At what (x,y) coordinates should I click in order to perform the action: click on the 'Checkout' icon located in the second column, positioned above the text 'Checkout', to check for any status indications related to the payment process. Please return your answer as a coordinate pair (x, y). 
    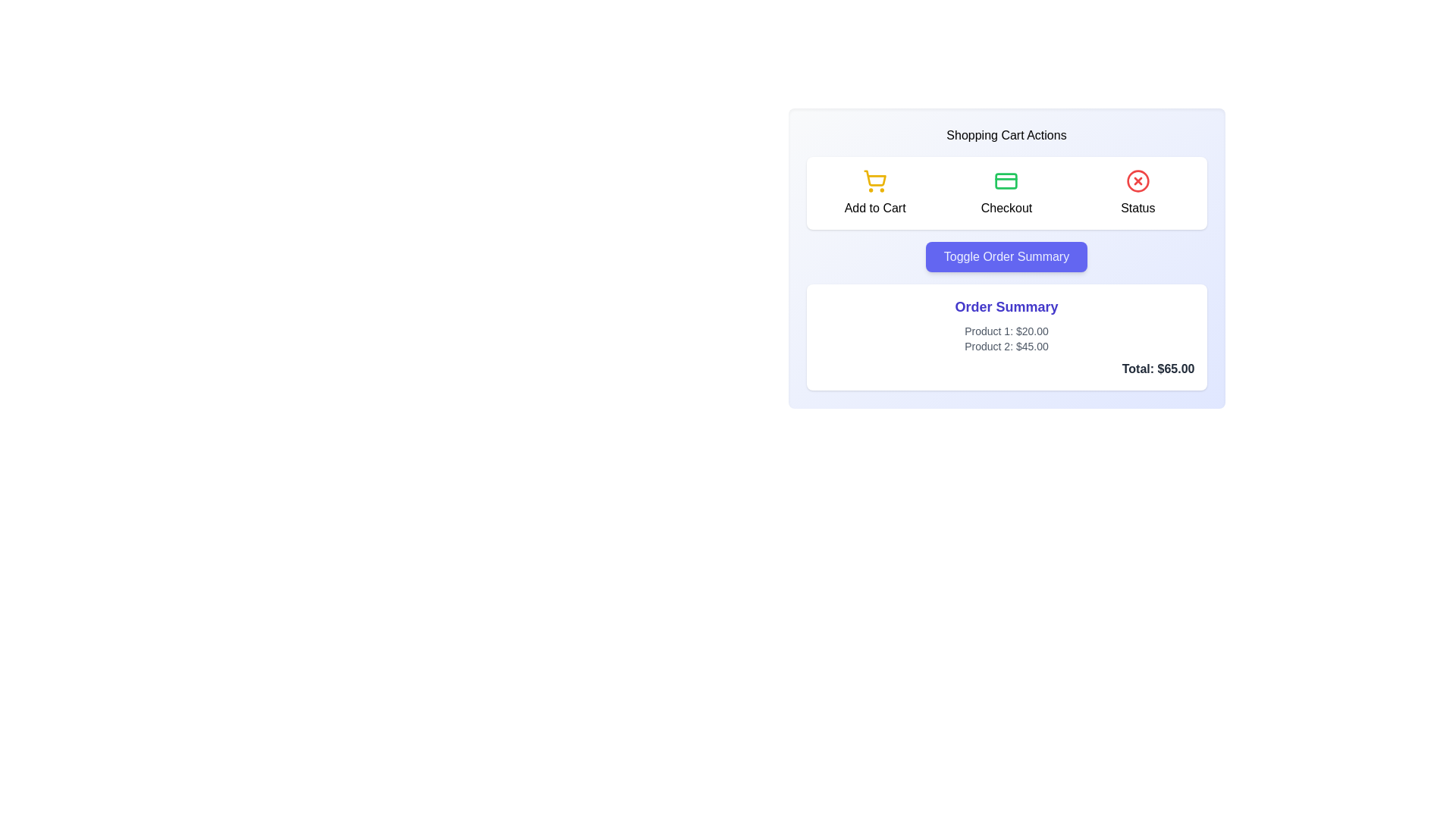
    Looking at the image, I should click on (1006, 180).